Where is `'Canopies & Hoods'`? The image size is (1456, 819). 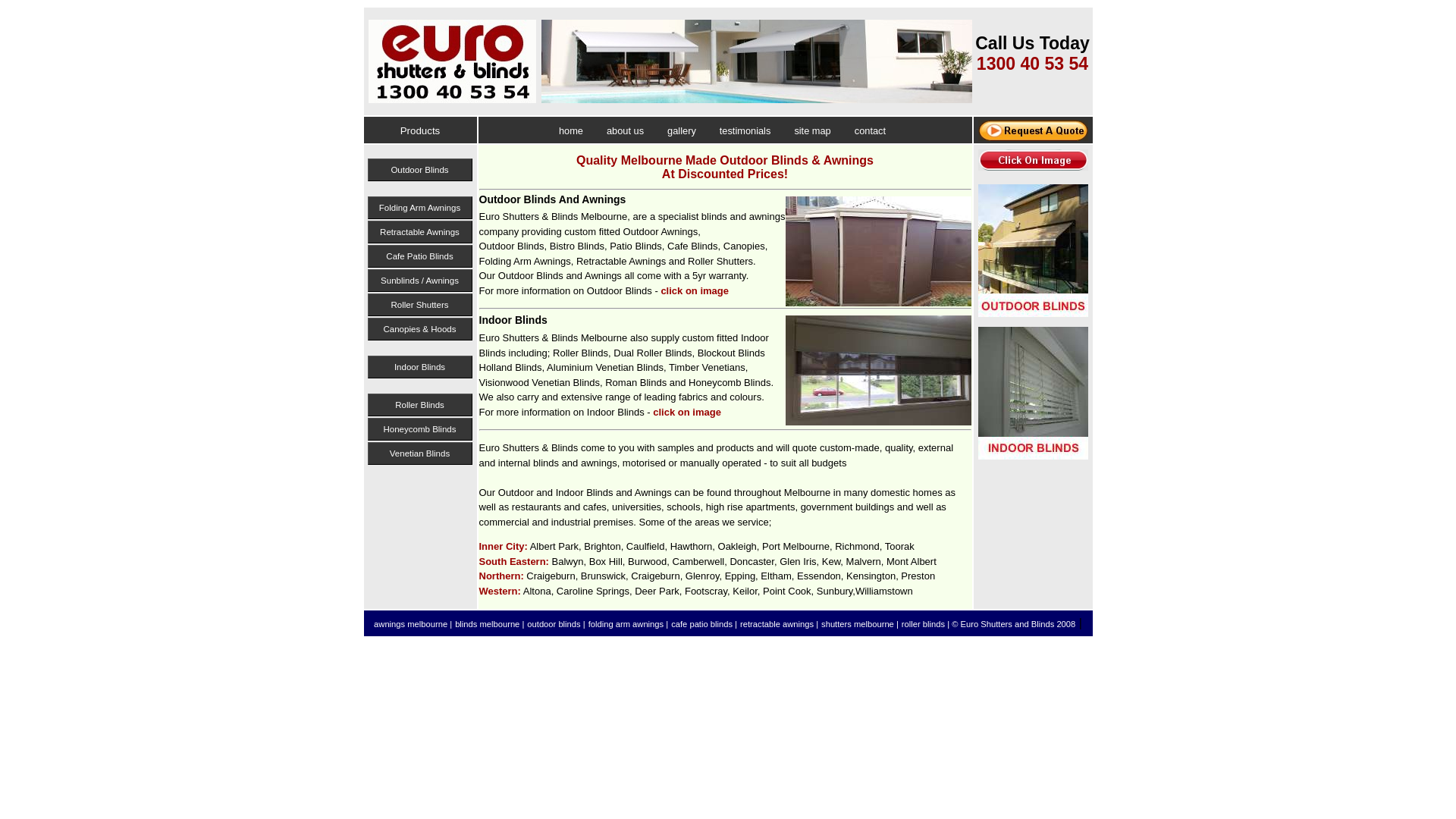
'Canopies & Hoods' is located at coordinates (419, 328).